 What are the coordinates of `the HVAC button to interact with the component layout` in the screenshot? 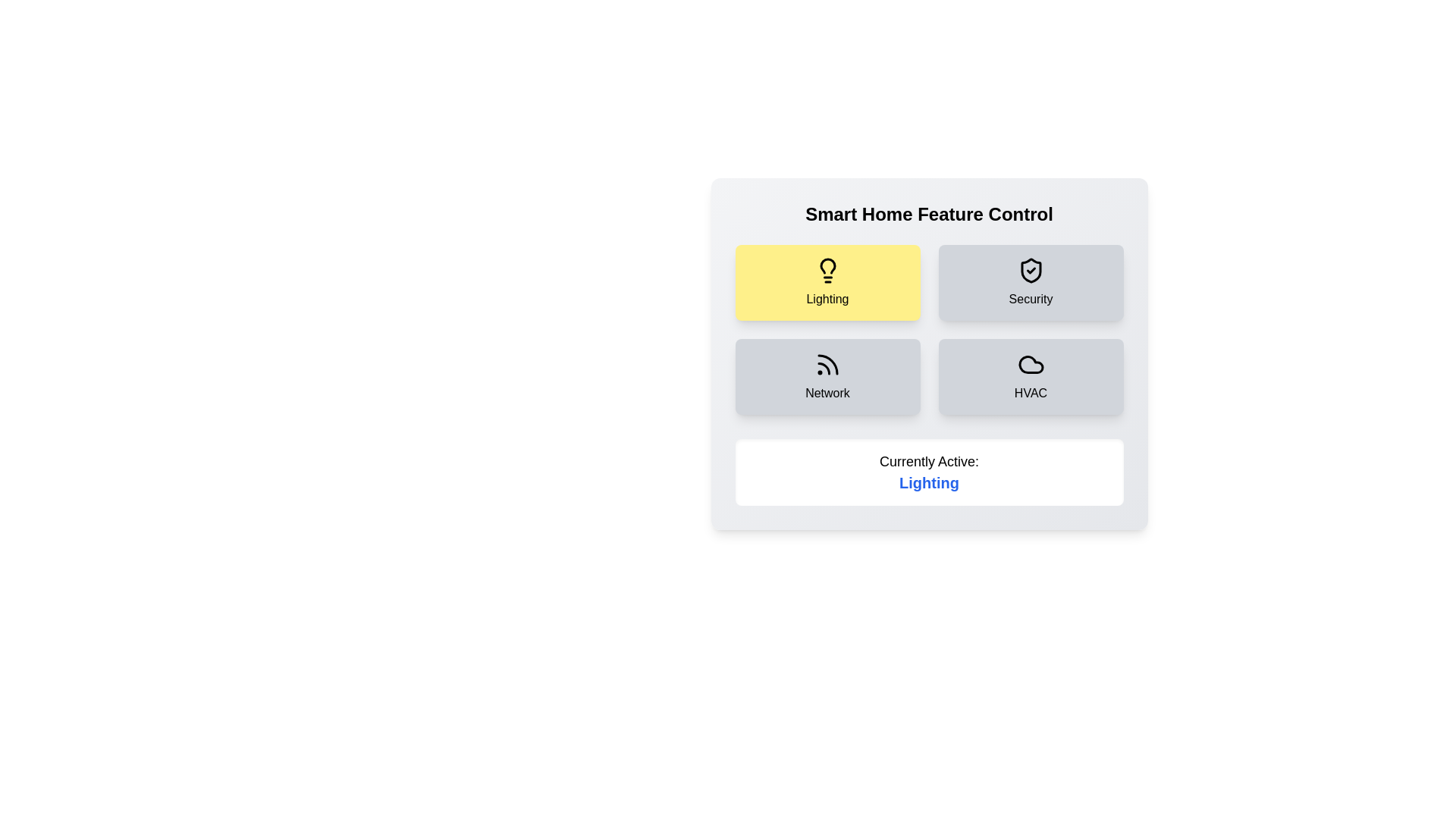 It's located at (1031, 376).